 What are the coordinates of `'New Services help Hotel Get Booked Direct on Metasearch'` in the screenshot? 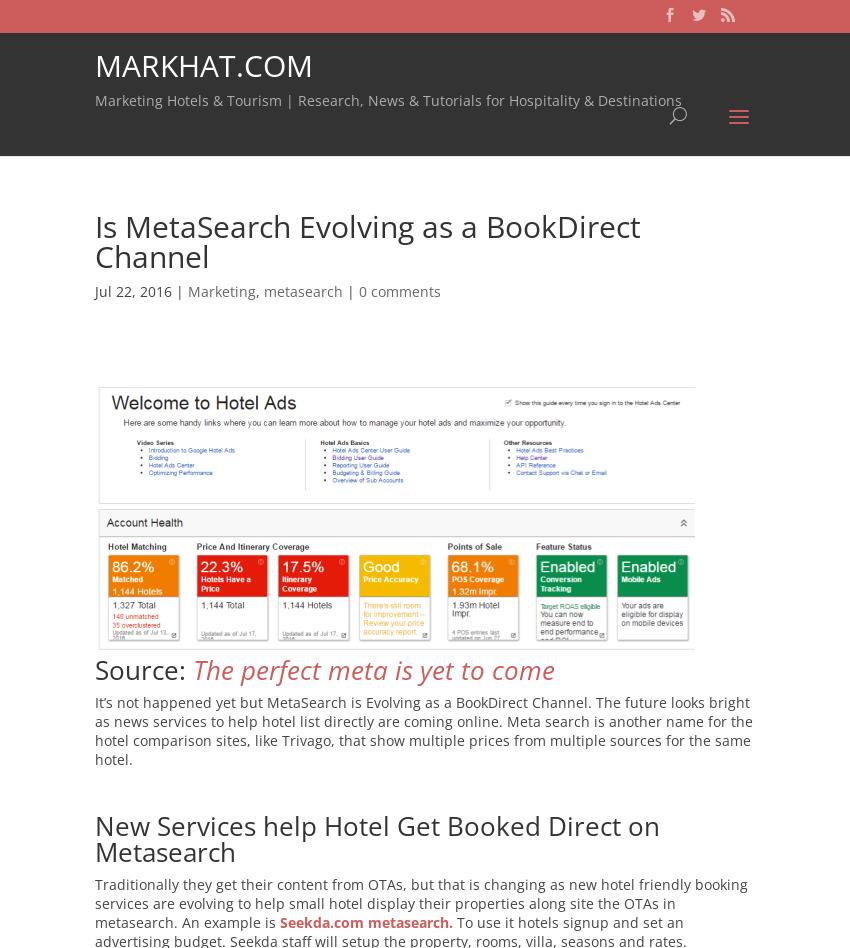 It's located at (376, 837).